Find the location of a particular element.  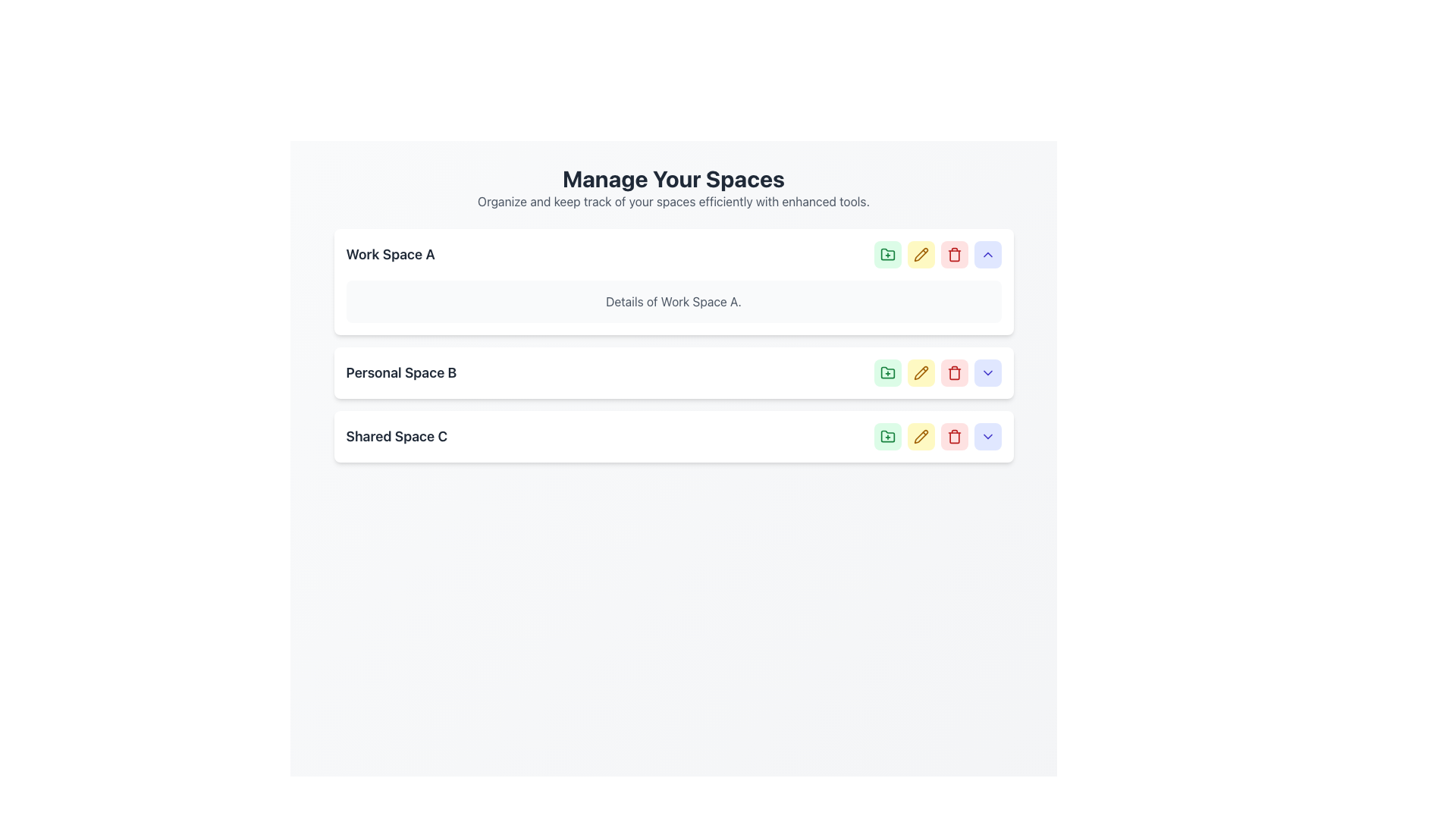

the pencil icon located on the right side of the 'Work Space A' section header is located at coordinates (920, 373).